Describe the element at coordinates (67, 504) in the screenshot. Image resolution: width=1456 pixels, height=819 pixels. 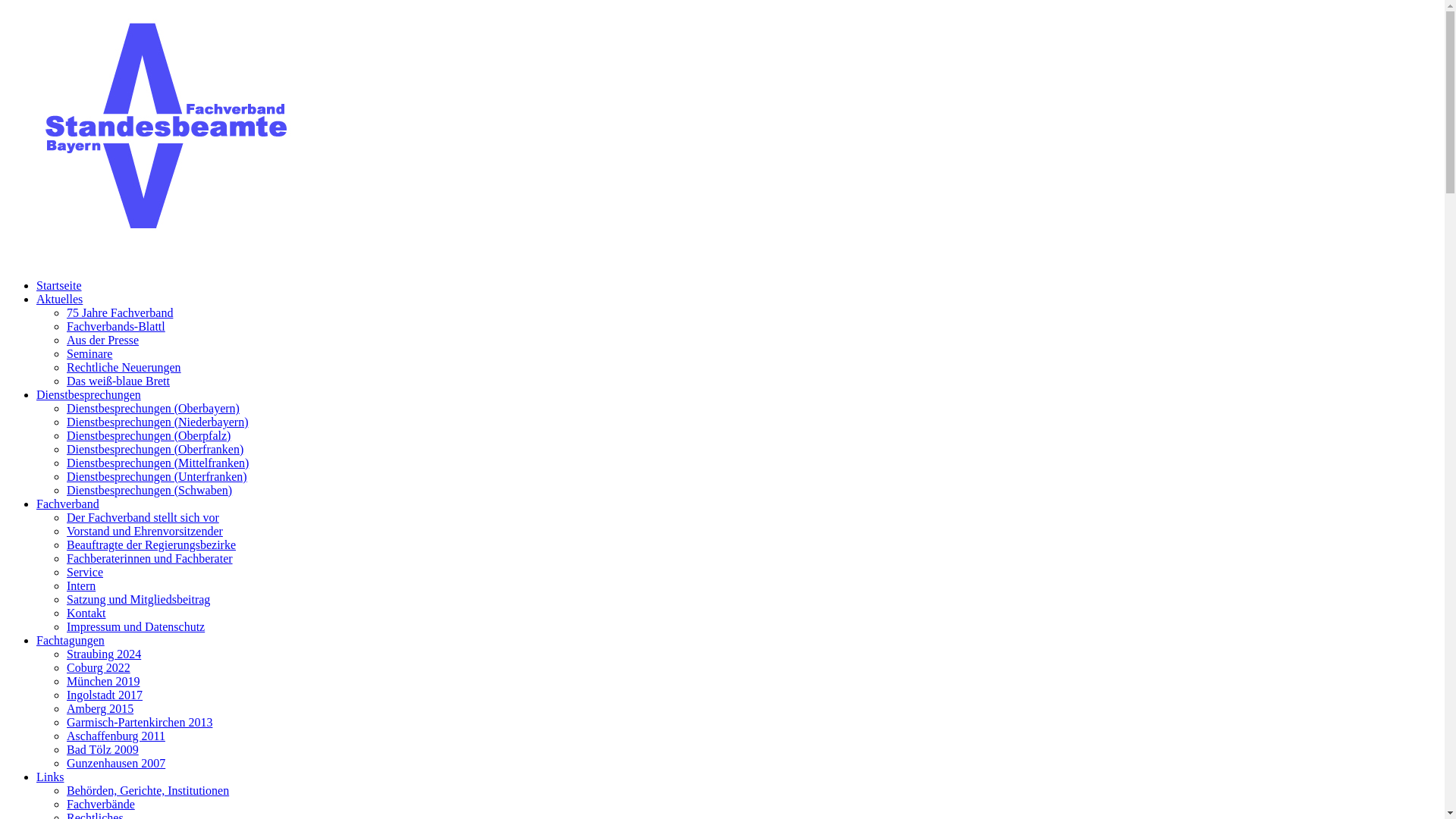
I see `'Fachverband'` at that location.